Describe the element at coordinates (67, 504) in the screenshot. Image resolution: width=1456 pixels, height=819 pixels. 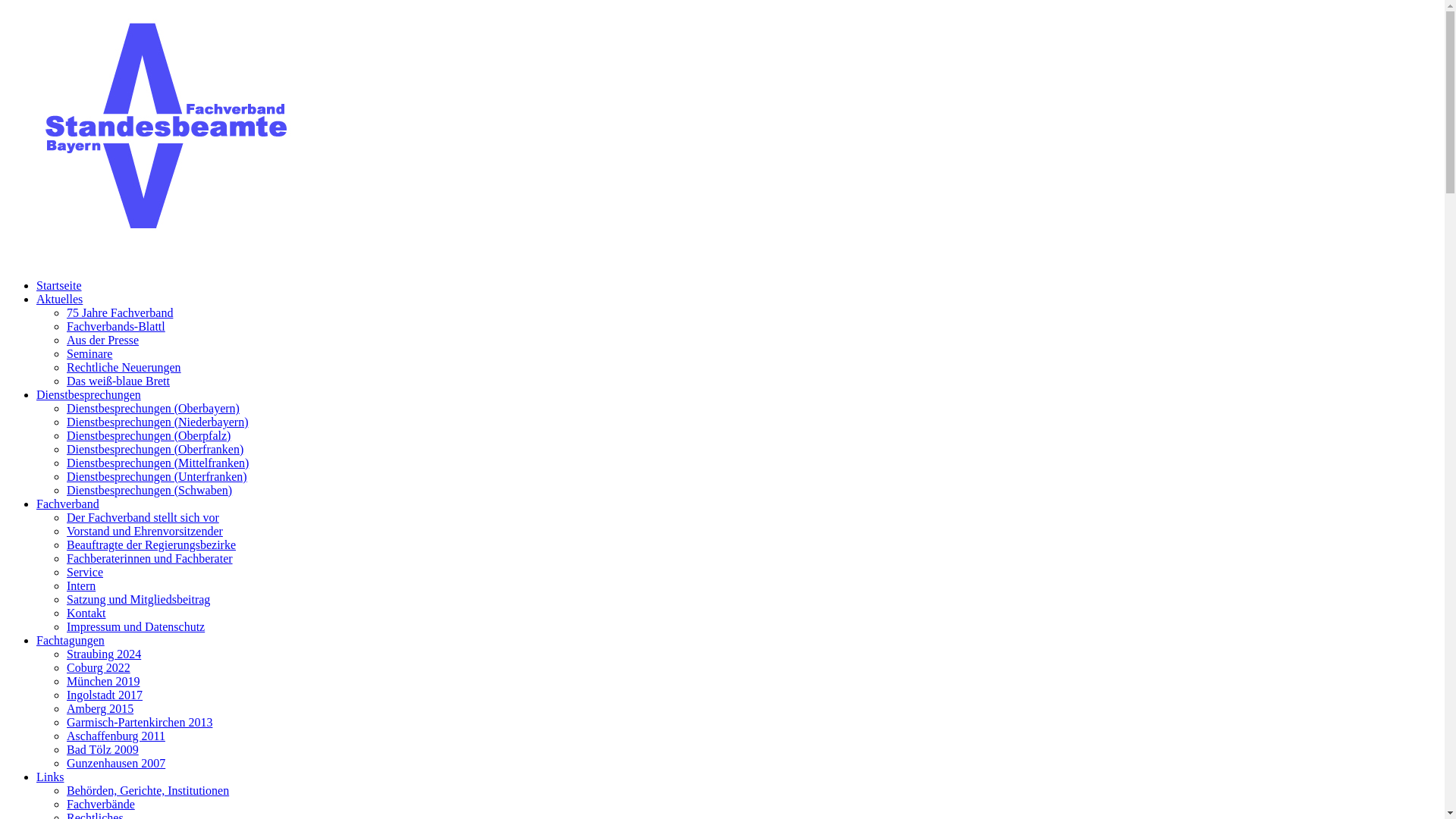
I see `'Fachverband'` at that location.